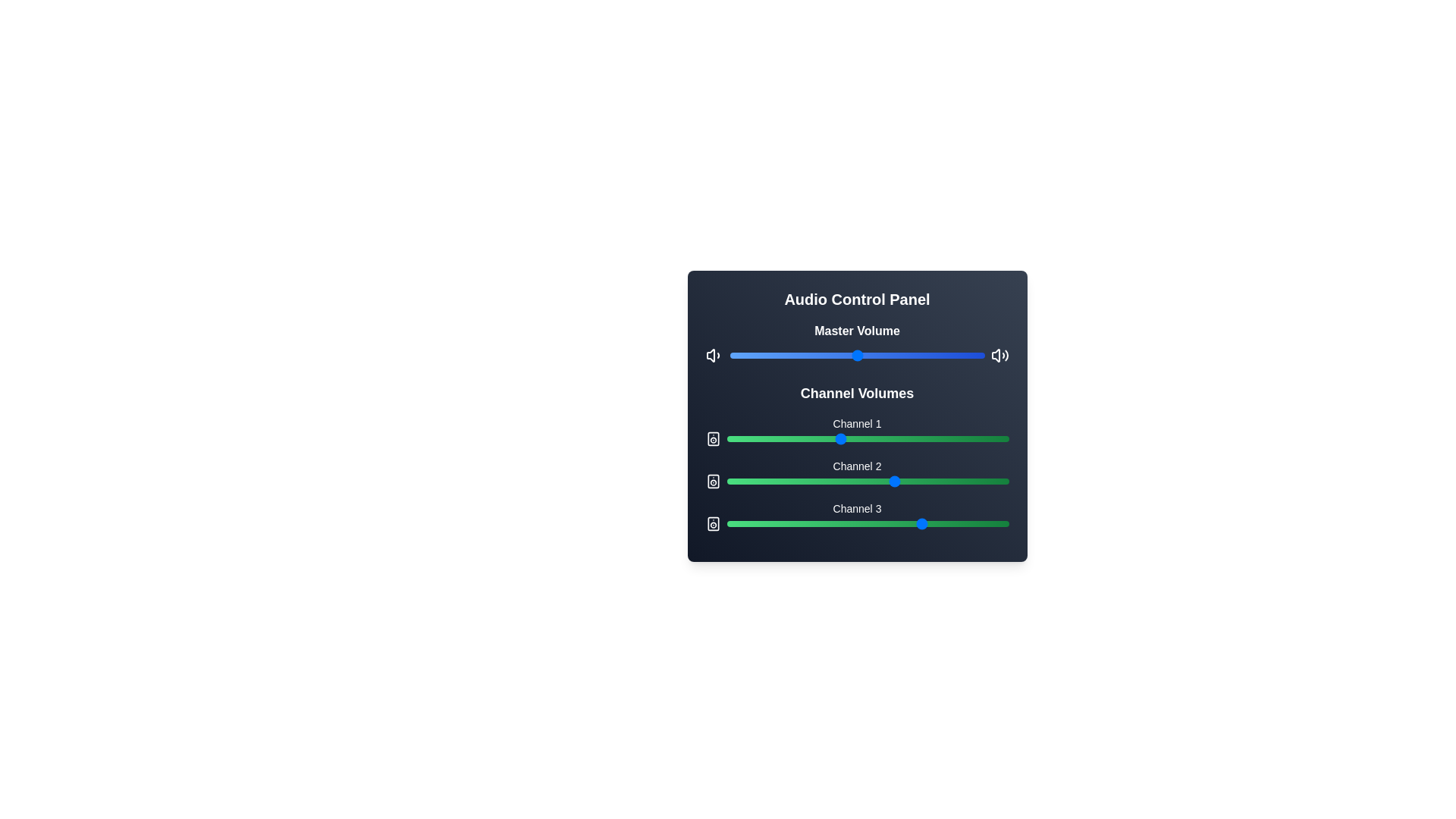 The image size is (1456, 819). Describe the element at coordinates (841, 356) in the screenshot. I see `the master volume` at that location.